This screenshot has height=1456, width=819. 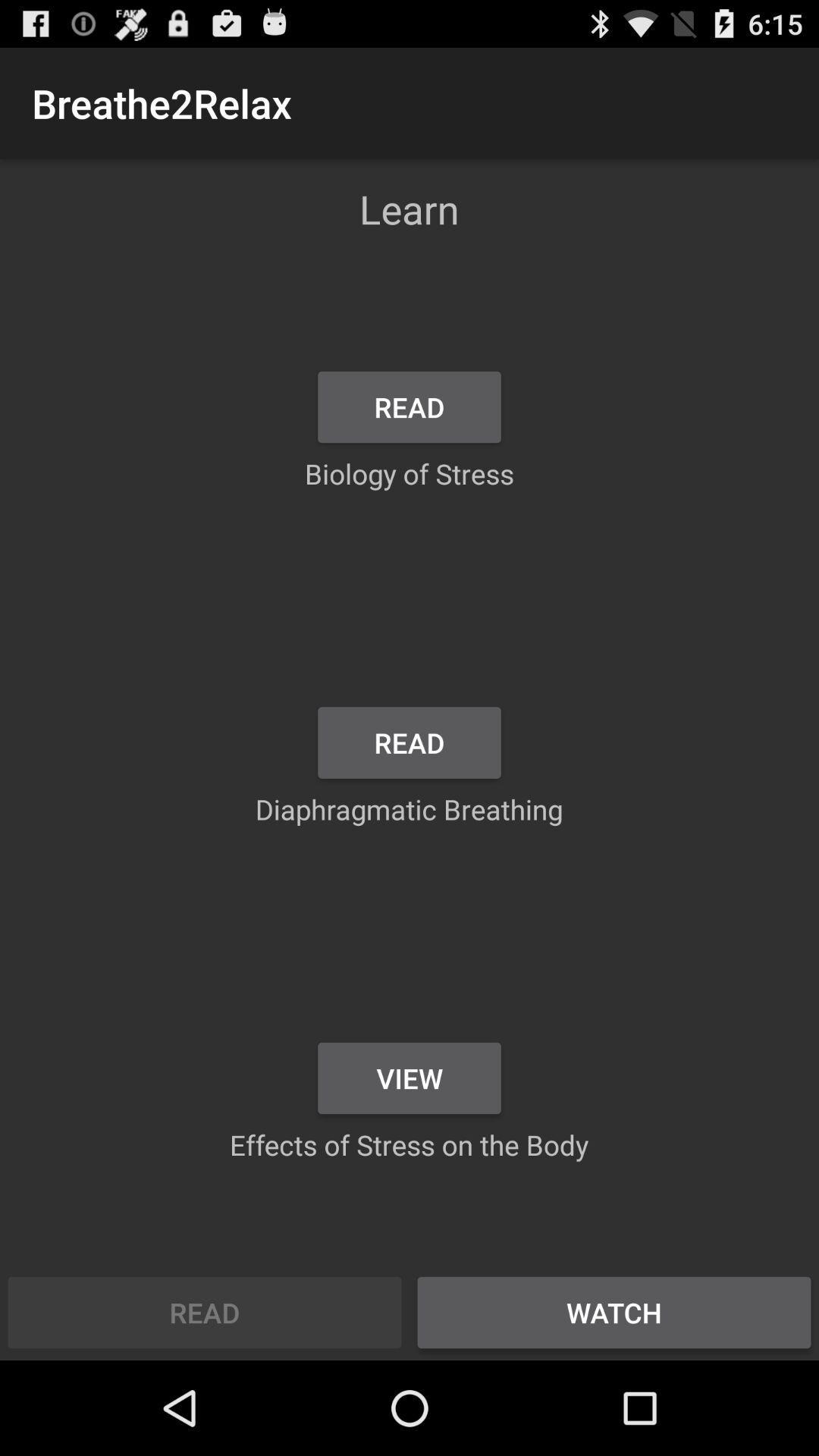 What do you see at coordinates (409, 1077) in the screenshot?
I see `the item below diaphragmatic breathing item` at bounding box center [409, 1077].